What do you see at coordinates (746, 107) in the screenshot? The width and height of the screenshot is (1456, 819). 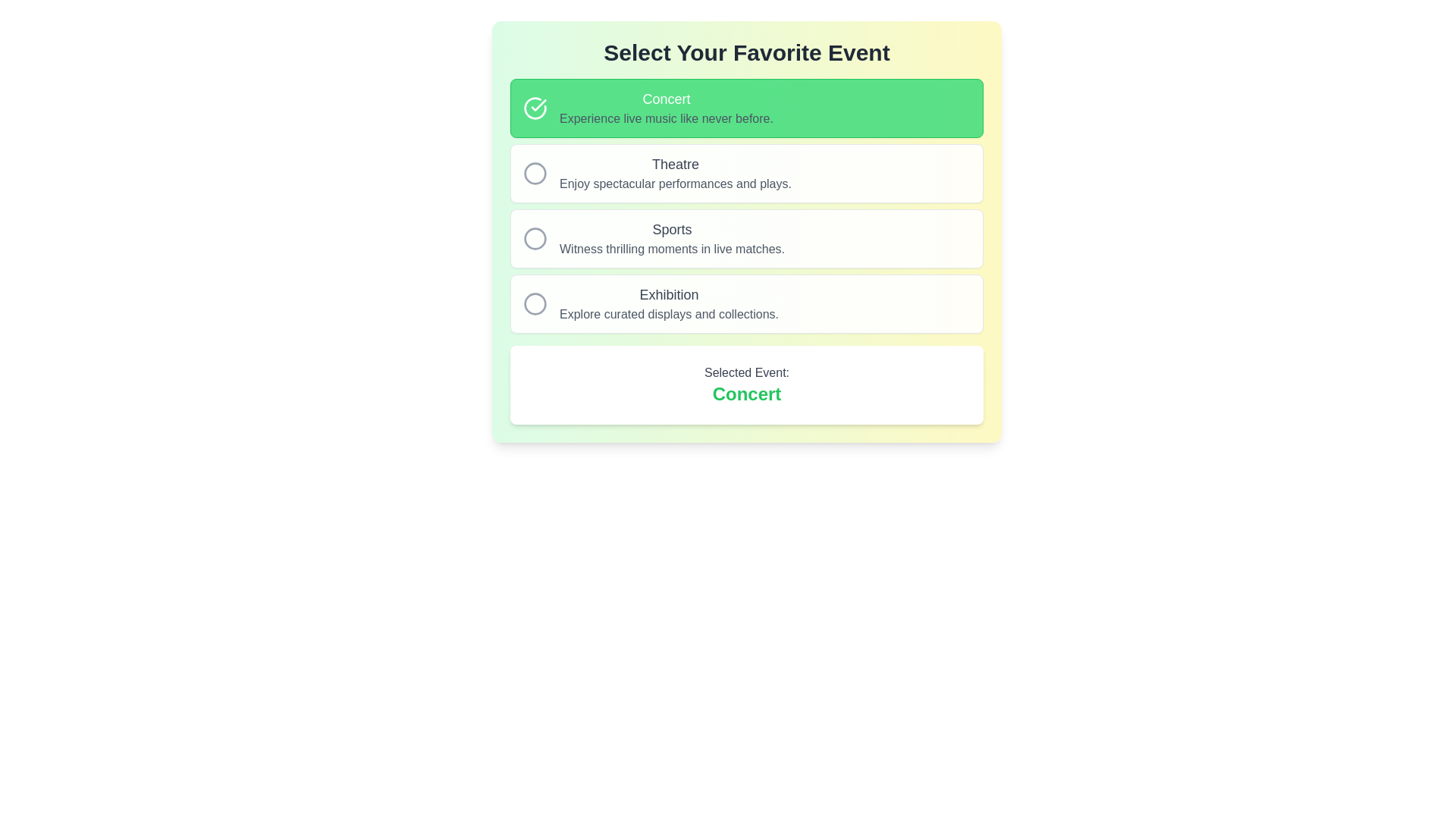 I see `the interactive selection button labeled 'Concert' with a green background and a white checkmark icon` at bounding box center [746, 107].